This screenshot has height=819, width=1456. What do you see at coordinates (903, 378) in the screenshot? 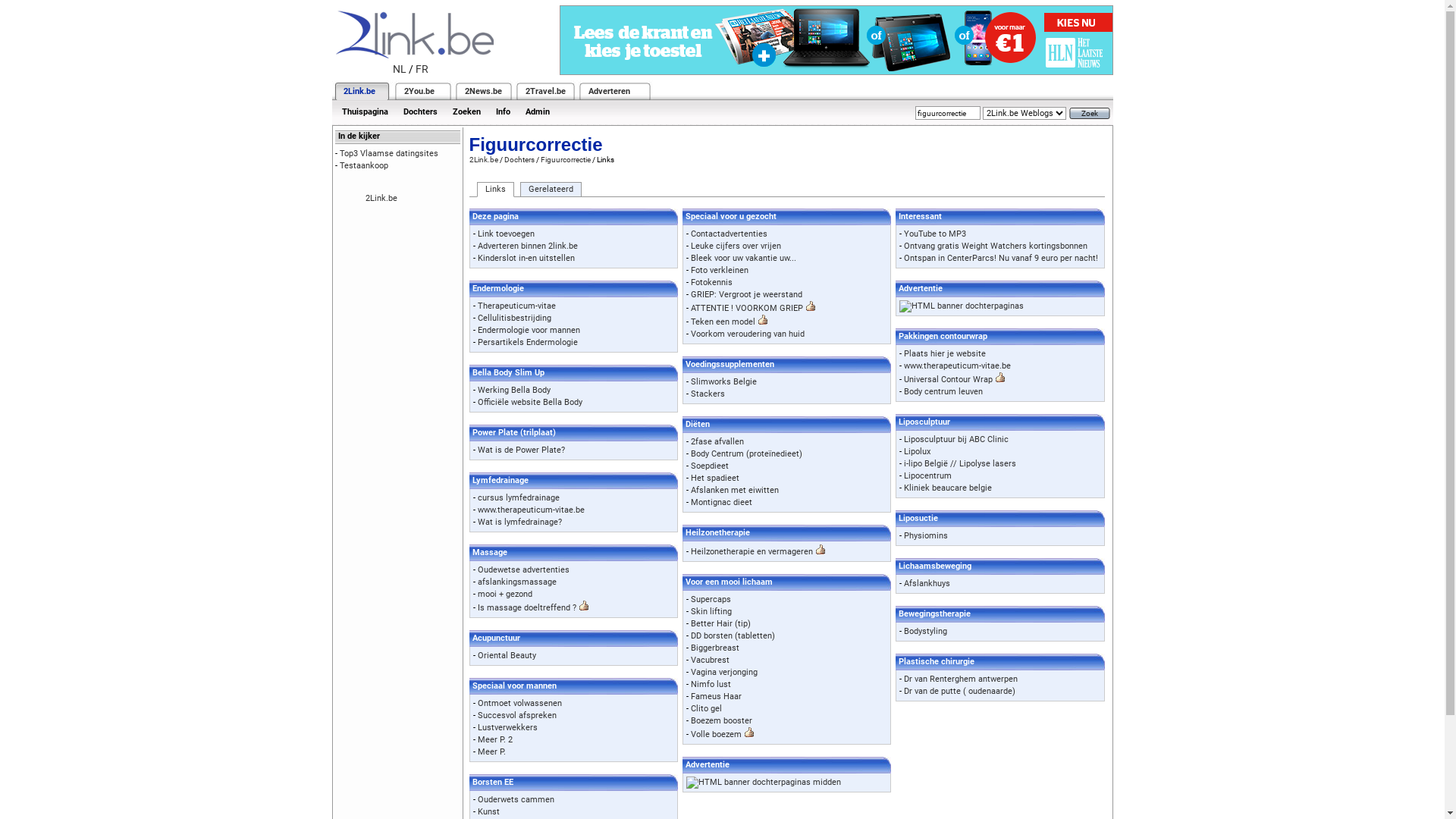
I see `'Universal Contour Wrap'` at bounding box center [903, 378].